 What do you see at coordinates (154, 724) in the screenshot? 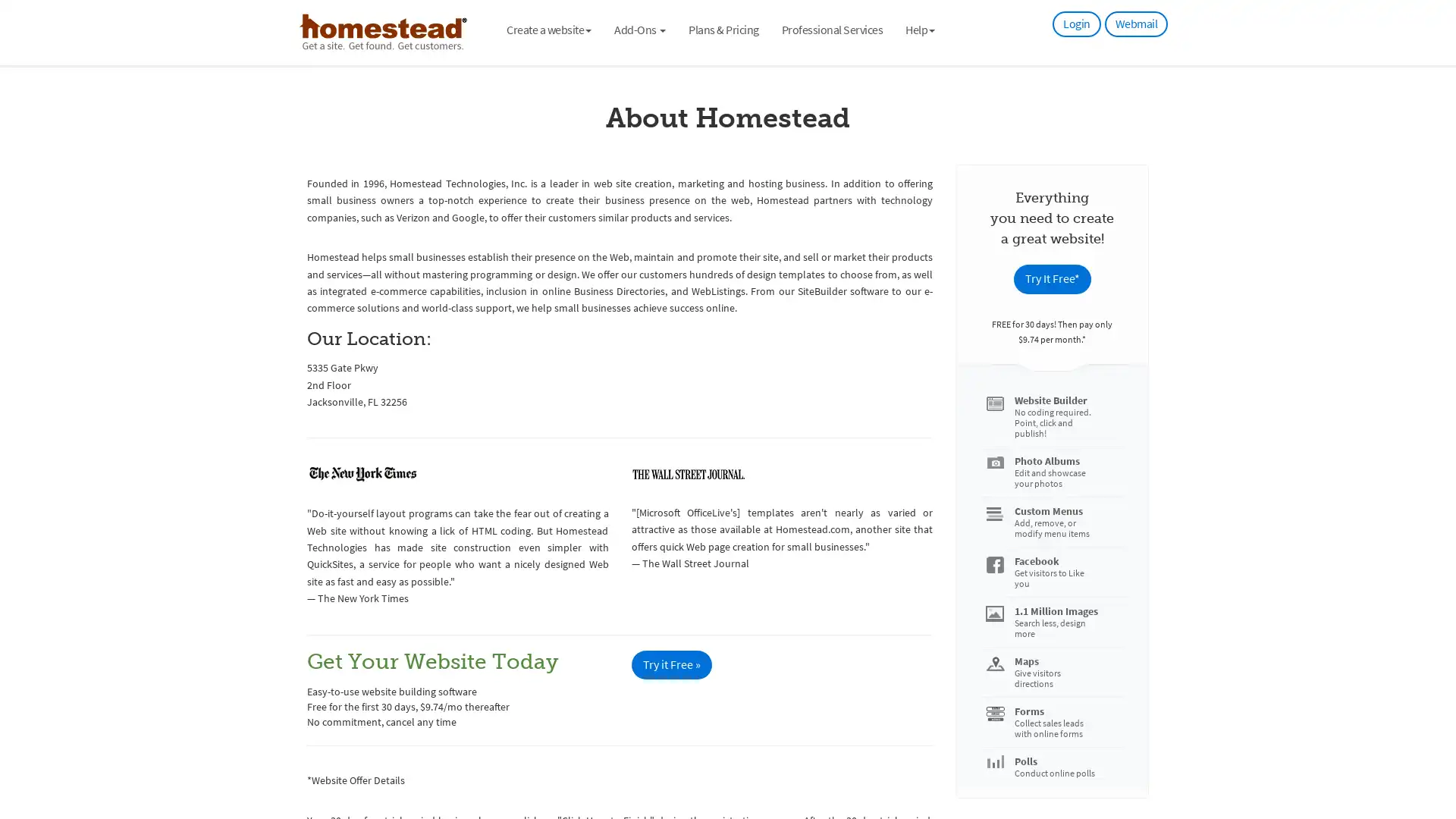
I see `Got It` at bounding box center [154, 724].